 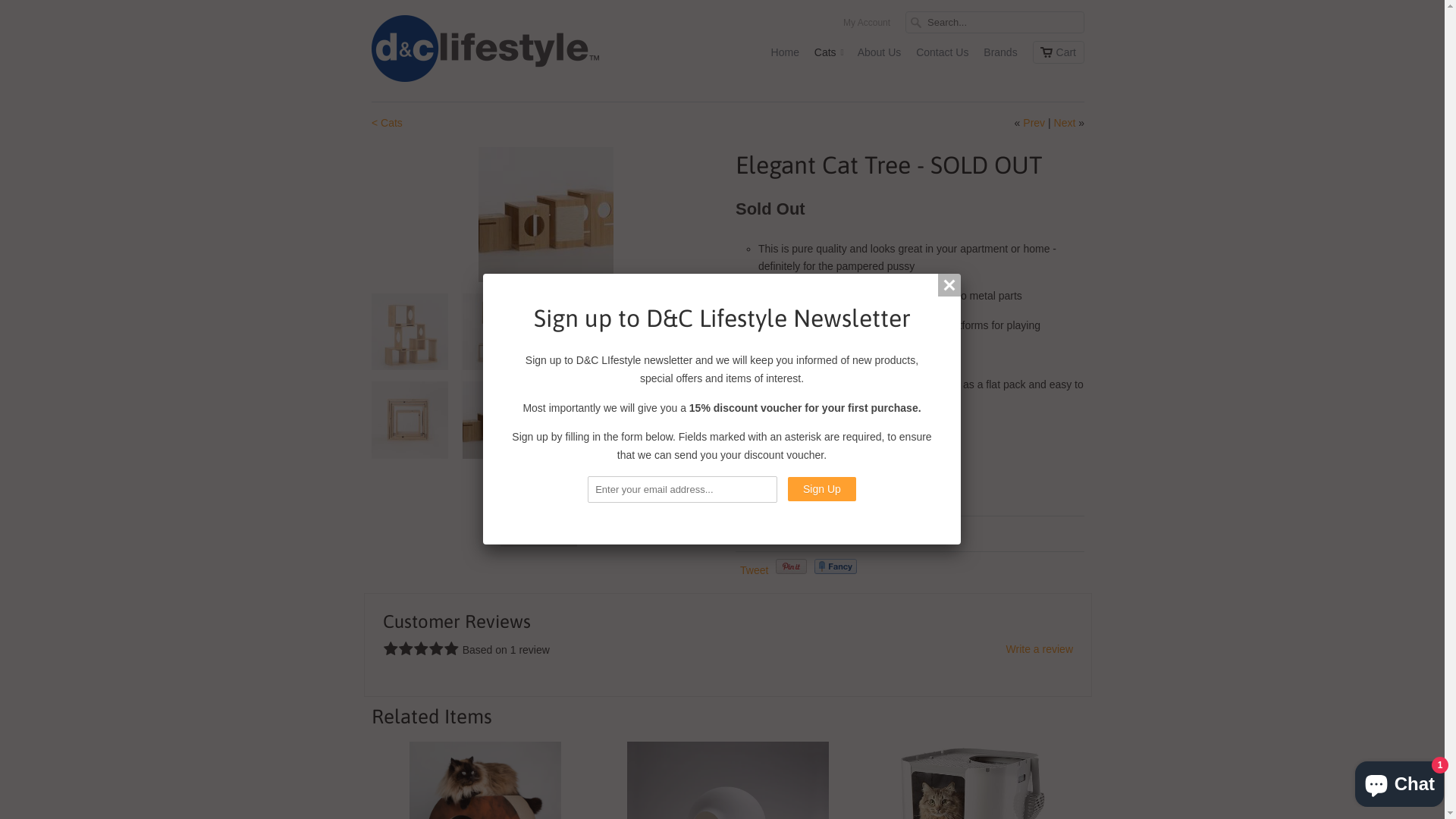 What do you see at coordinates (1058, 52) in the screenshot?
I see `'Cart'` at bounding box center [1058, 52].